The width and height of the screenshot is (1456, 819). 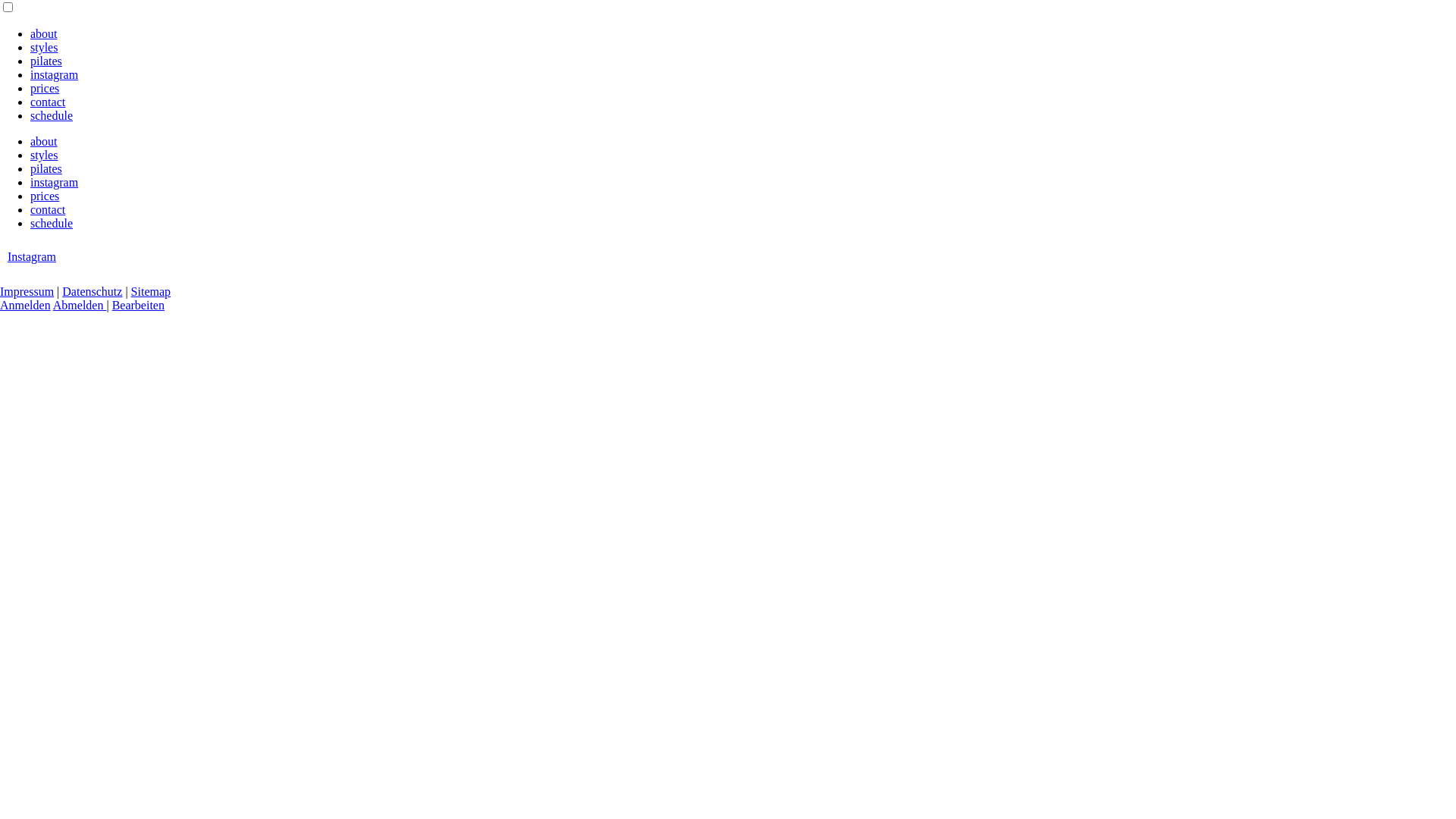 I want to click on 'Sitemap', so click(x=150, y=291).